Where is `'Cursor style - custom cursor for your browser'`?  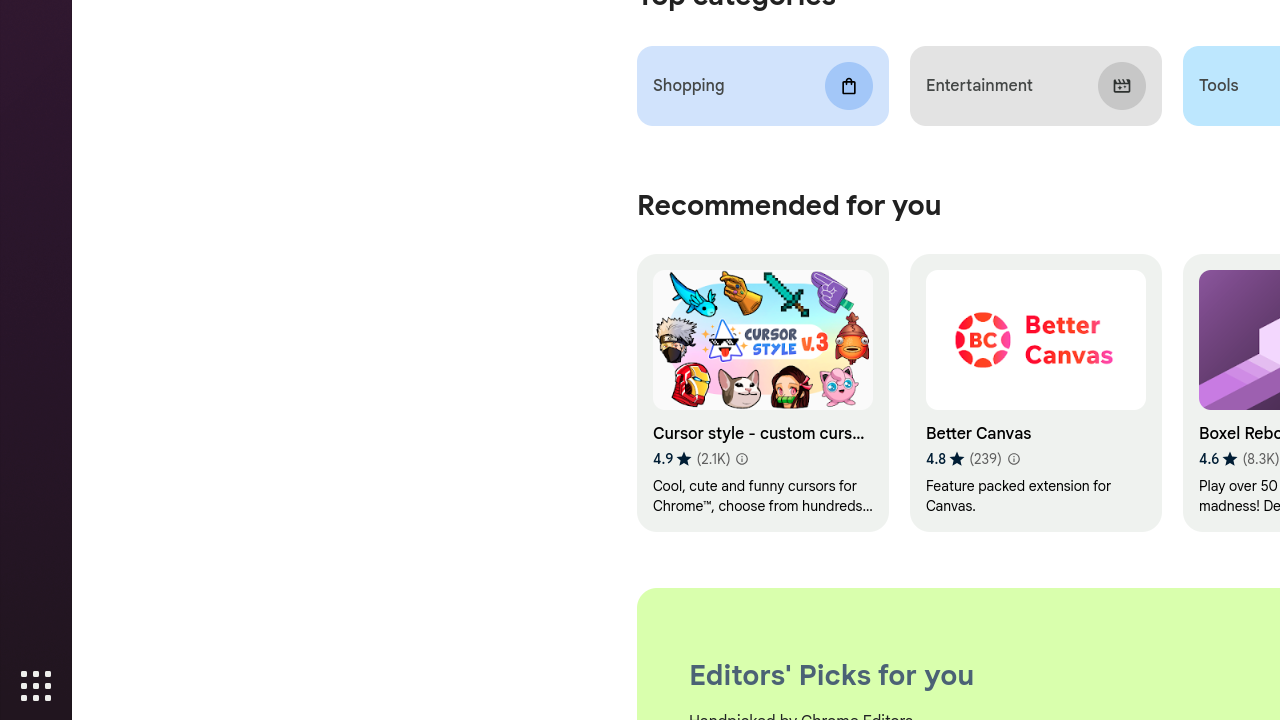 'Cursor style - custom cursor for your browser' is located at coordinates (761, 393).